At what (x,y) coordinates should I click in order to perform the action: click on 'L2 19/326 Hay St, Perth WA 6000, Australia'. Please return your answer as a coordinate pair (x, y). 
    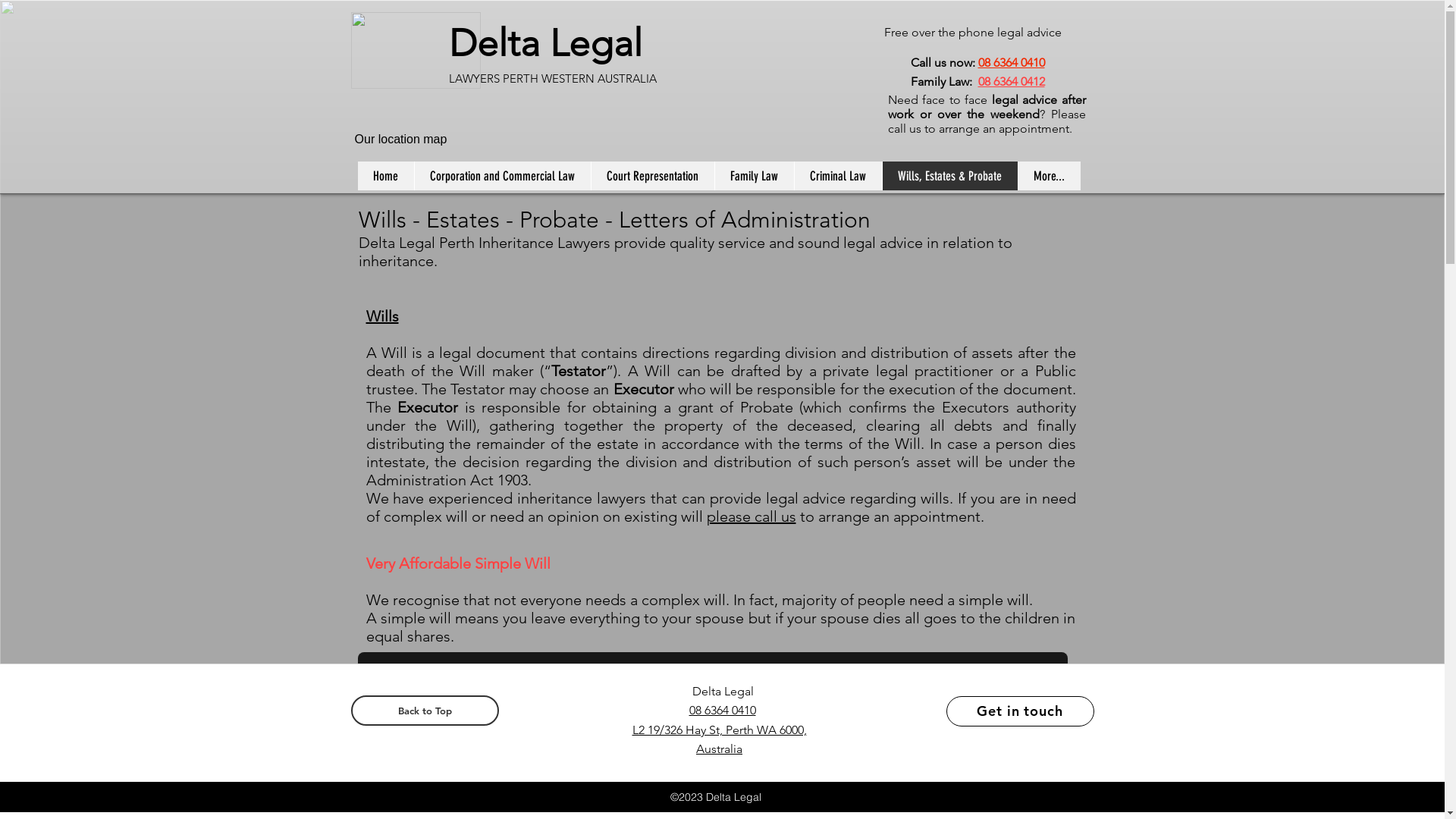
    Looking at the image, I should click on (719, 739).